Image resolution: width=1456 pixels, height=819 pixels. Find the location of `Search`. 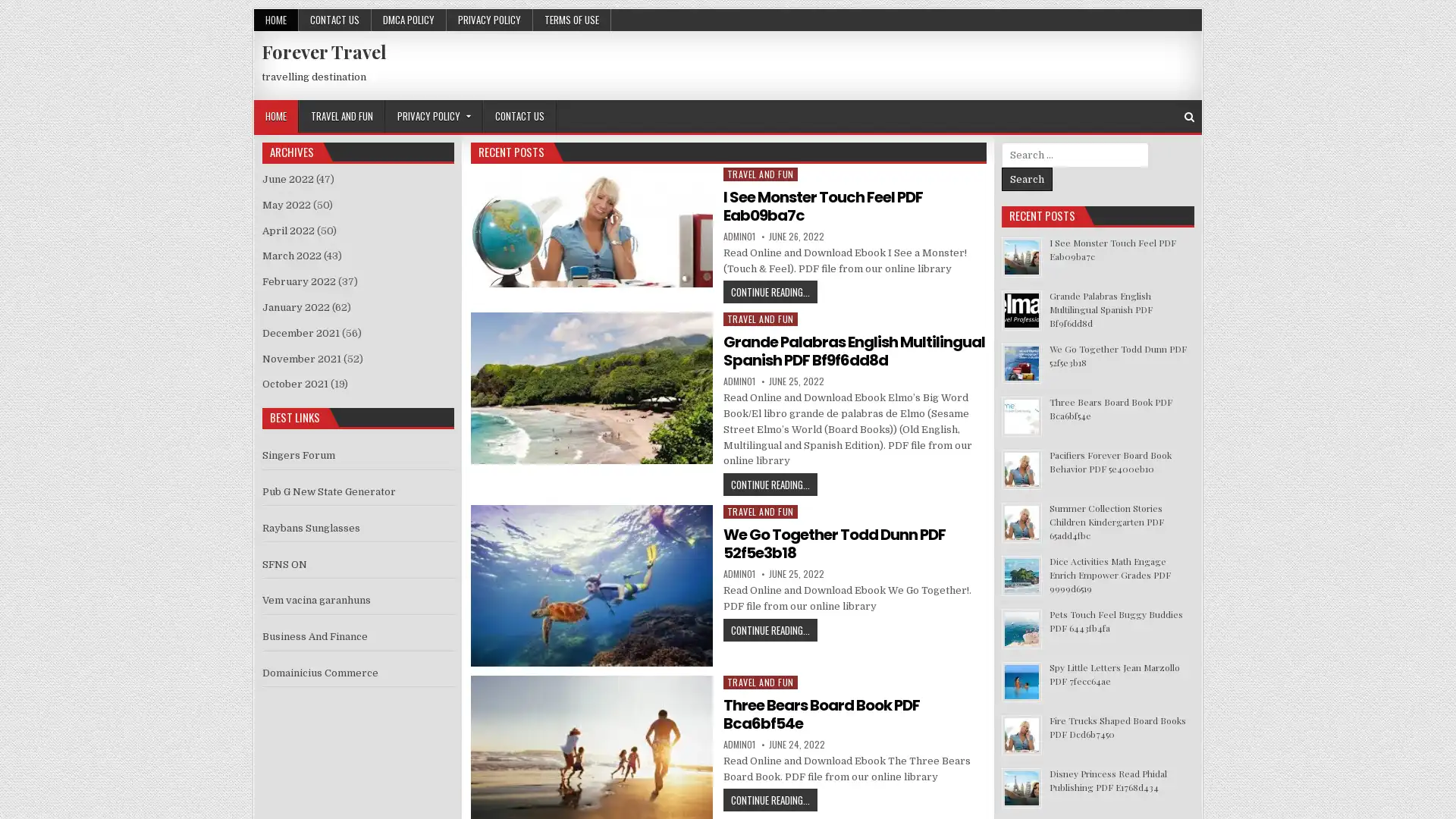

Search is located at coordinates (1027, 178).